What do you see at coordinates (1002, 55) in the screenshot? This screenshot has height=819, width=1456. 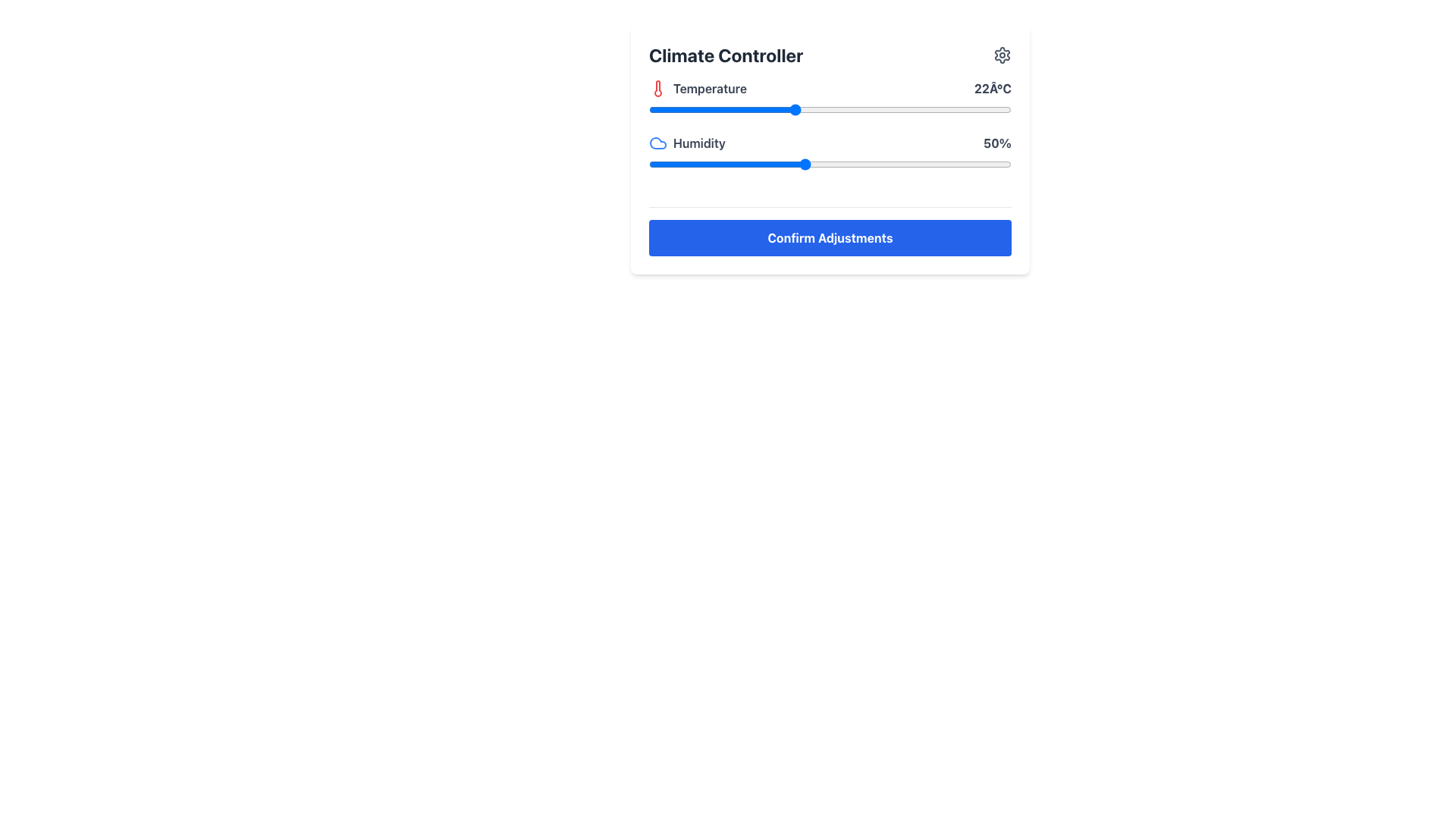 I see `the settings icon in the 'Climate Controller' interface` at bounding box center [1002, 55].